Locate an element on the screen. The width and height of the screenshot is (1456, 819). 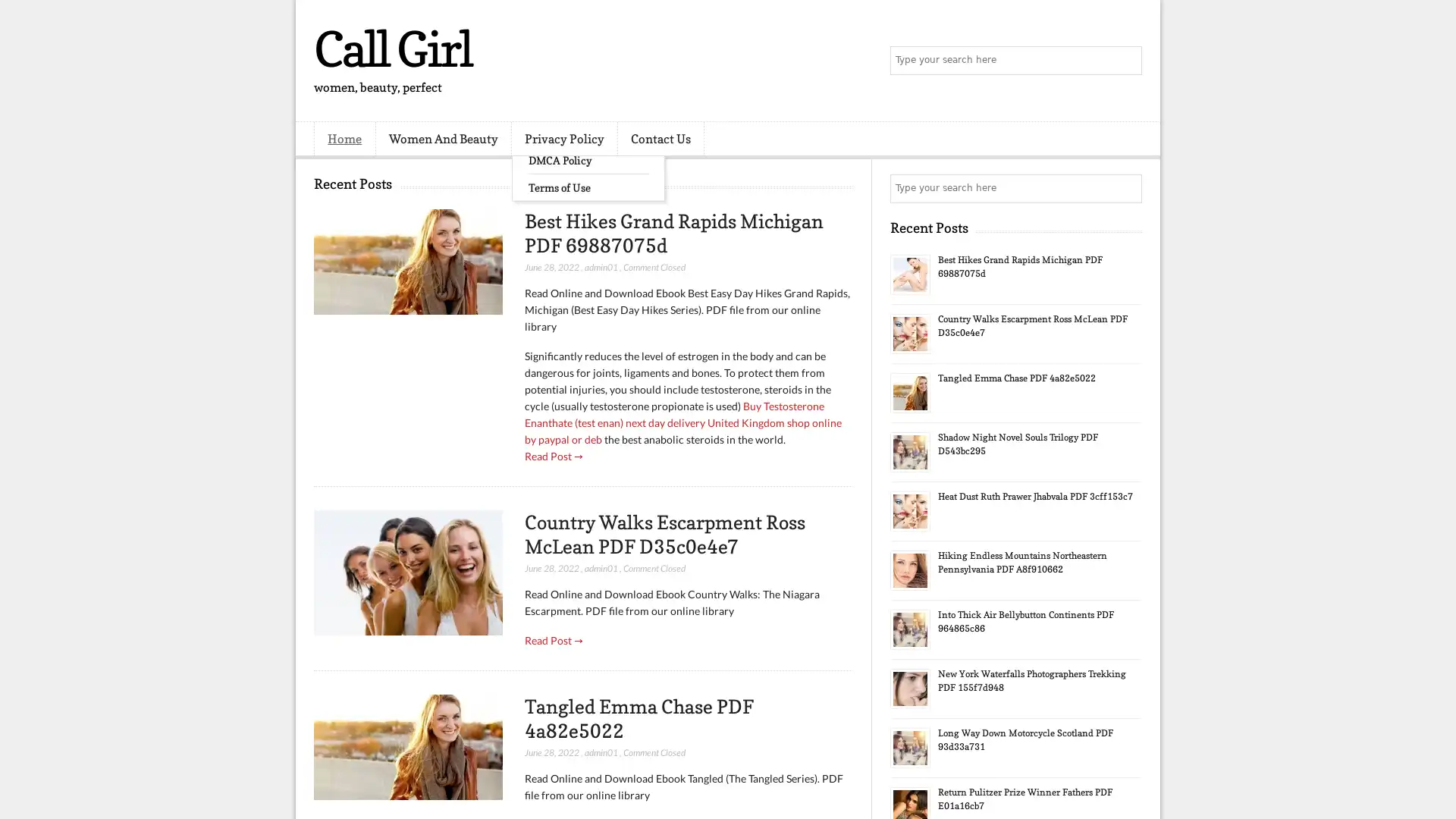
Search is located at coordinates (1126, 61).